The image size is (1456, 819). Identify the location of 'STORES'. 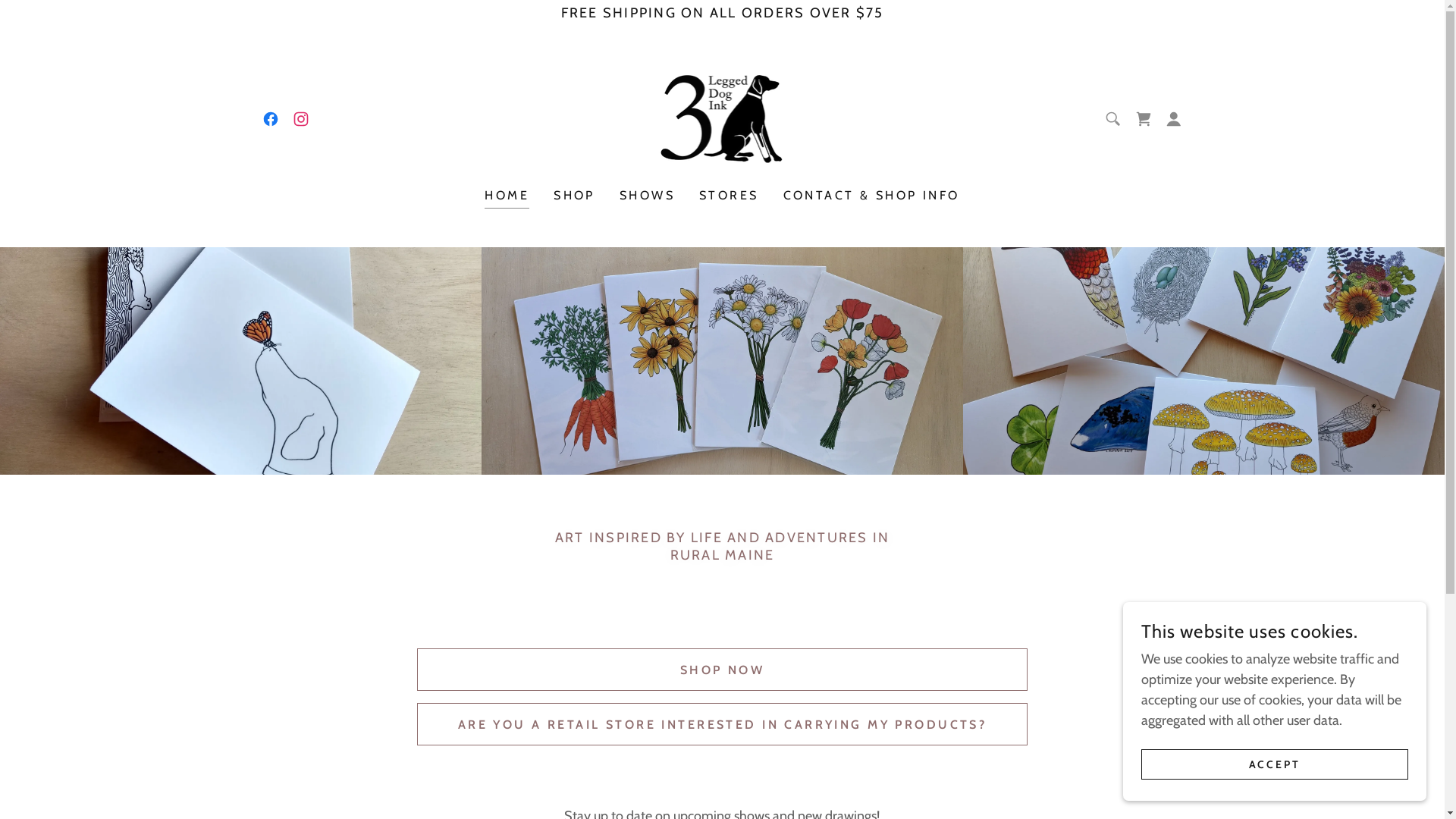
(729, 195).